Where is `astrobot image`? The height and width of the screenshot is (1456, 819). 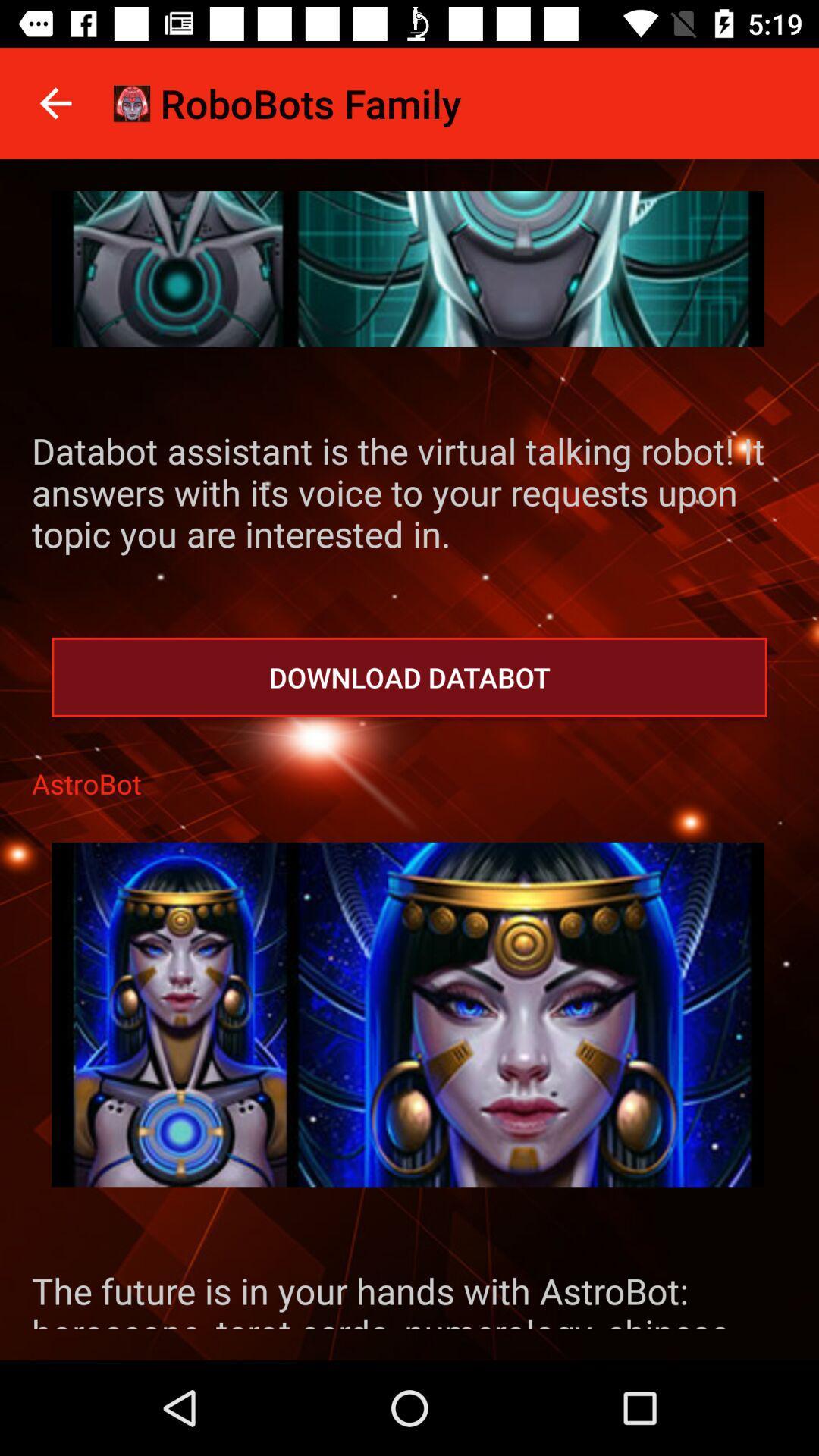 astrobot image is located at coordinates (407, 1015).